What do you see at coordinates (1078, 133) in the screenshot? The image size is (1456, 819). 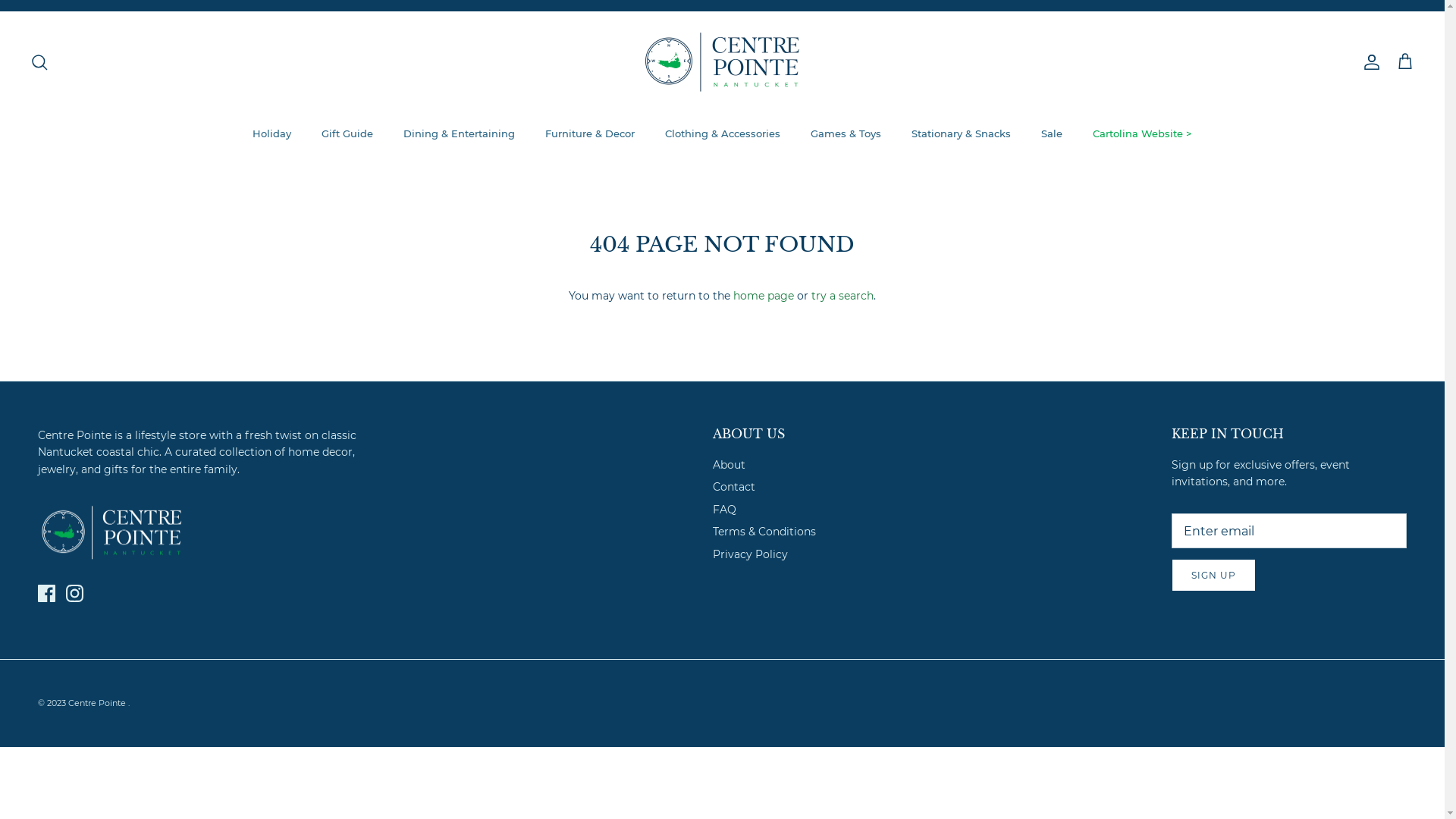 I see `'Cartolina Website >'` at bounding box center [1078, 133].